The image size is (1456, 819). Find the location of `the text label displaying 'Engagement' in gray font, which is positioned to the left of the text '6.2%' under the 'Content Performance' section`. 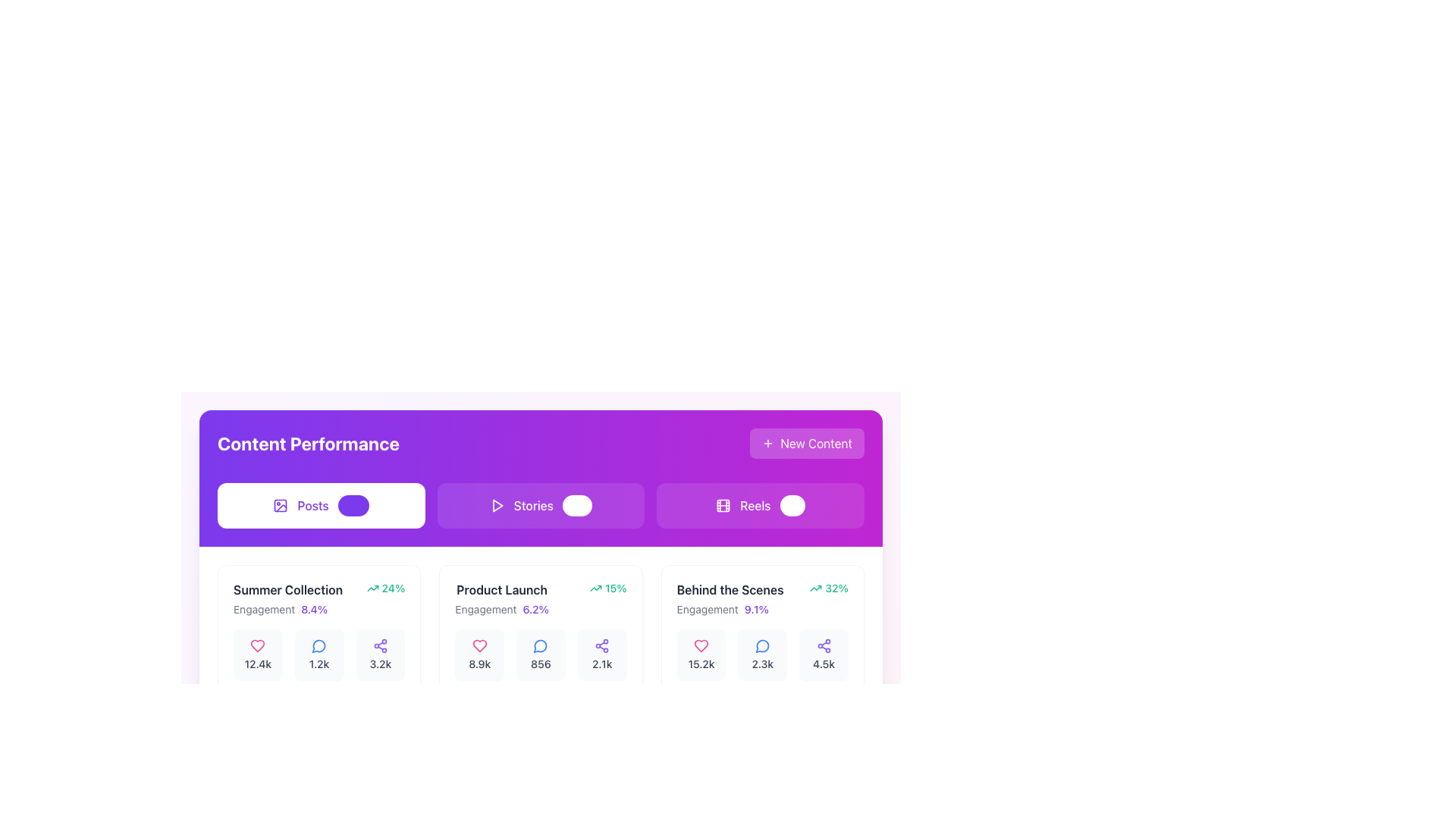

the text label displaying 'Engagement' in gray font, which is positioned to the left of the text '6.2%' under the 'Content Performance' section is located at coordinates (485, 608).